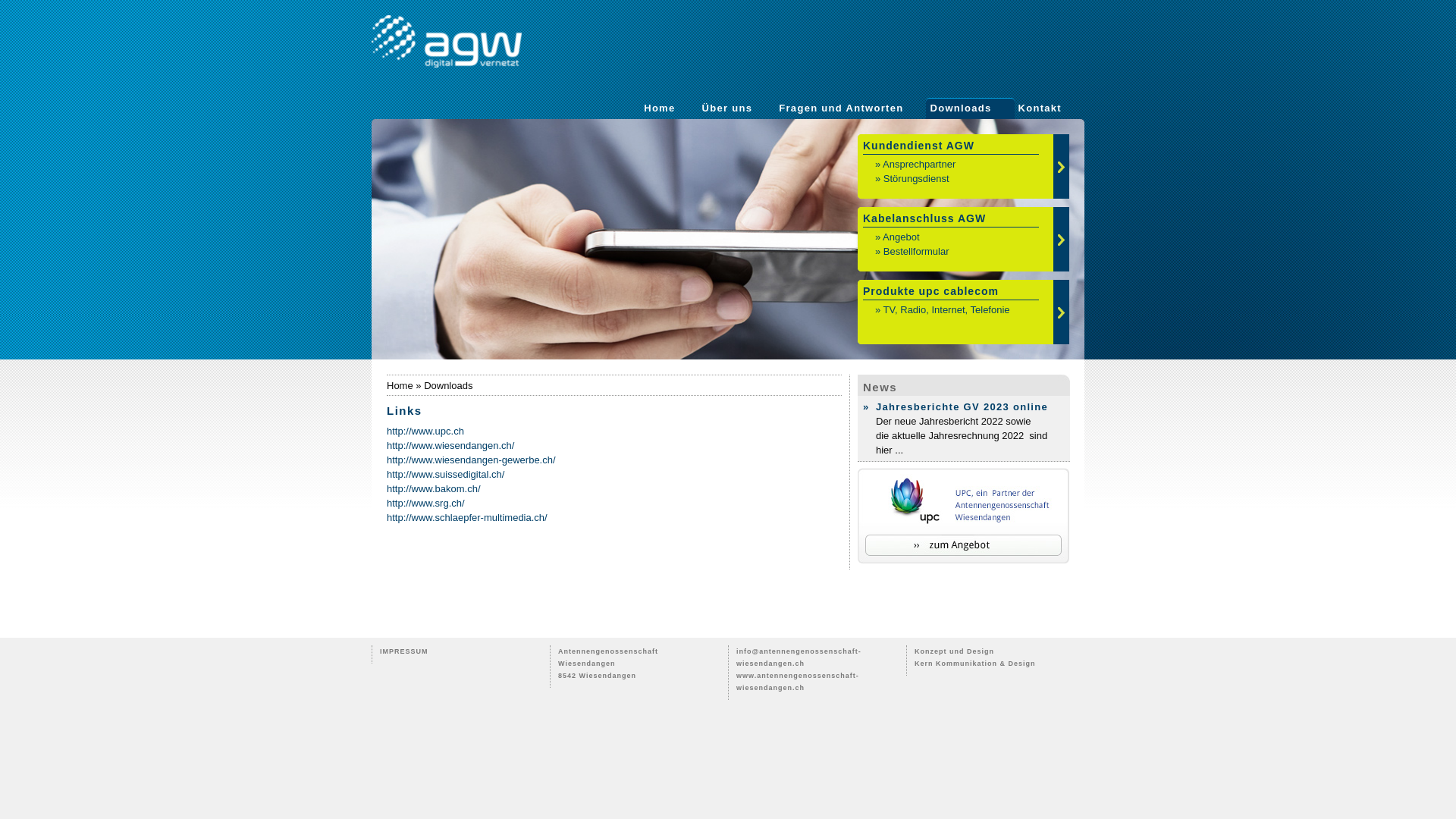 The height and width of the screenshot is (819, 1456). Describe the element at coordinates (425, 503) in the screenshot. I see `'http://www.srg.ch/'` at that location.